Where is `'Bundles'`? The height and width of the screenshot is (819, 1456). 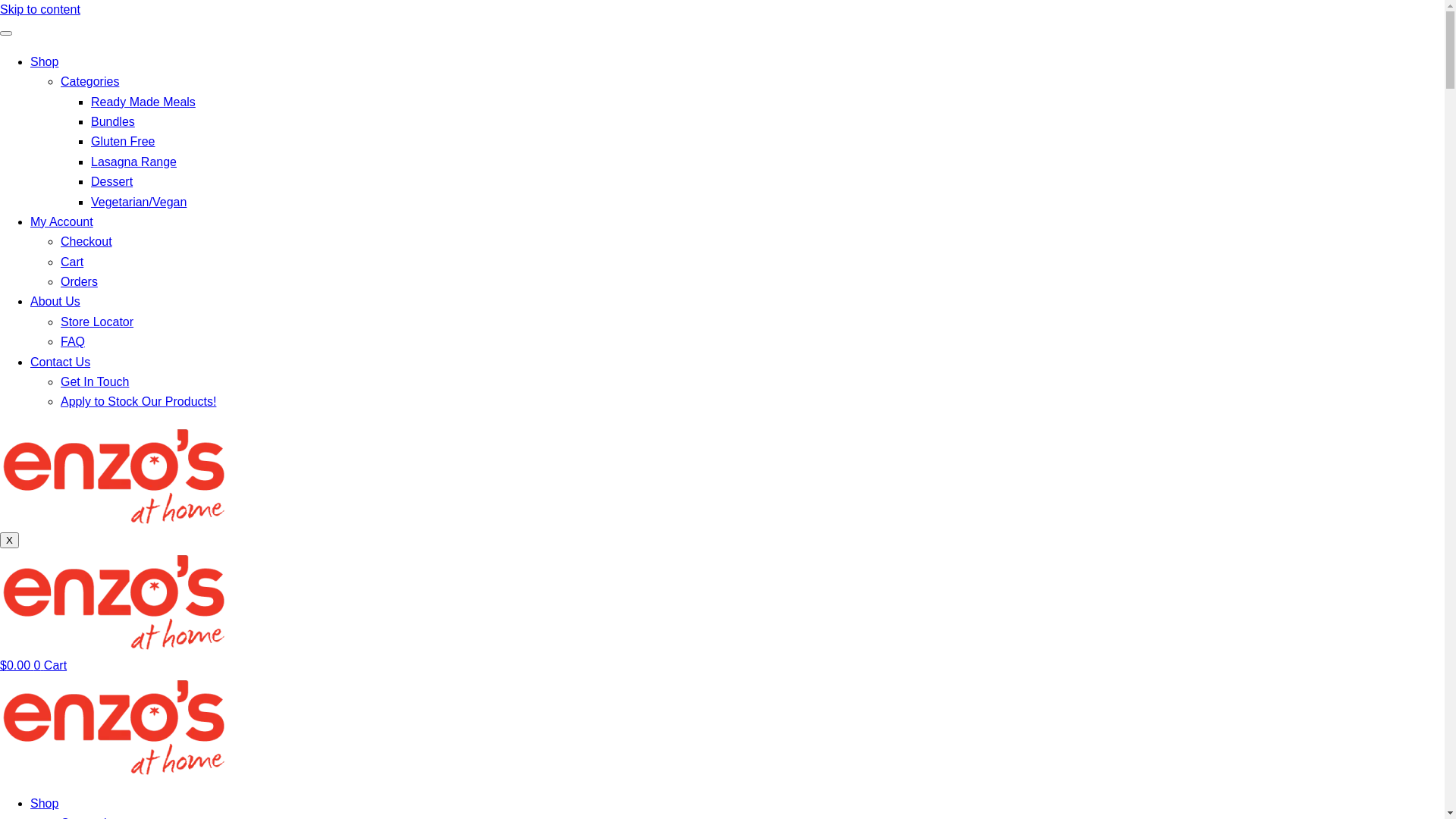 'Bundles' is located at coordinates (111, 121).